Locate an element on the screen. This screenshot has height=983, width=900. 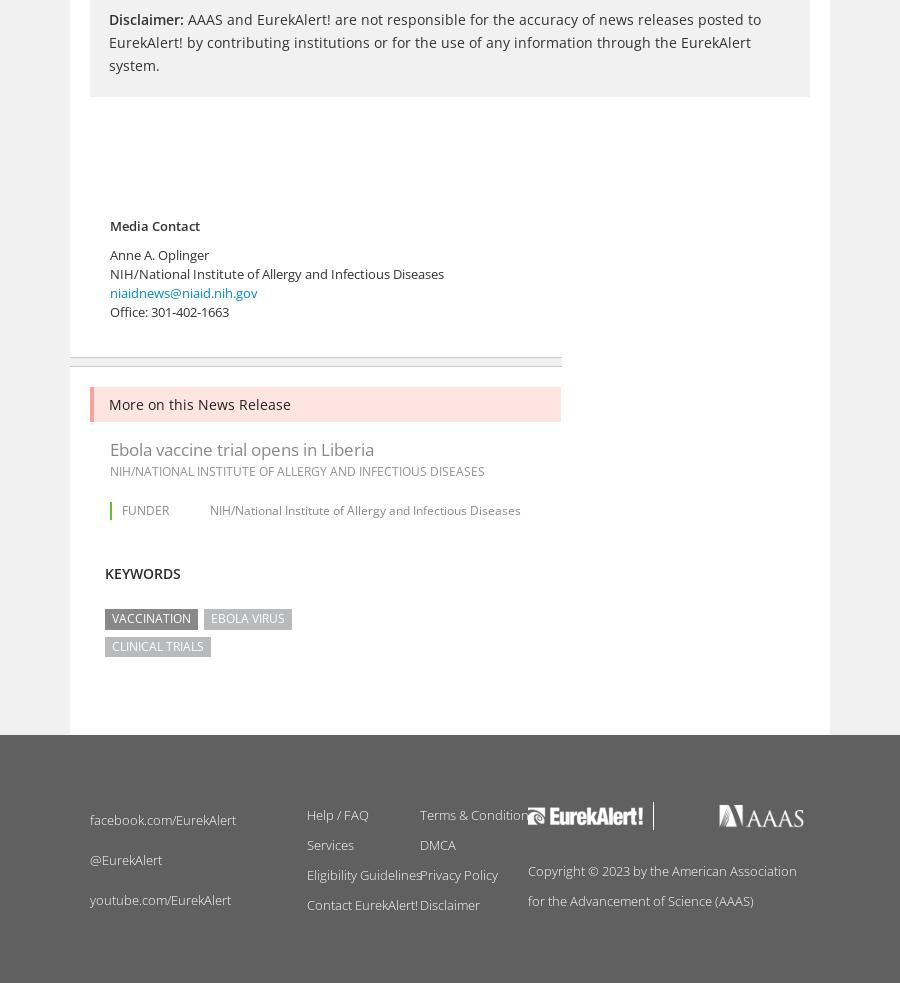
'Office: 301-402-1663' is located at coordinates (169, 312).